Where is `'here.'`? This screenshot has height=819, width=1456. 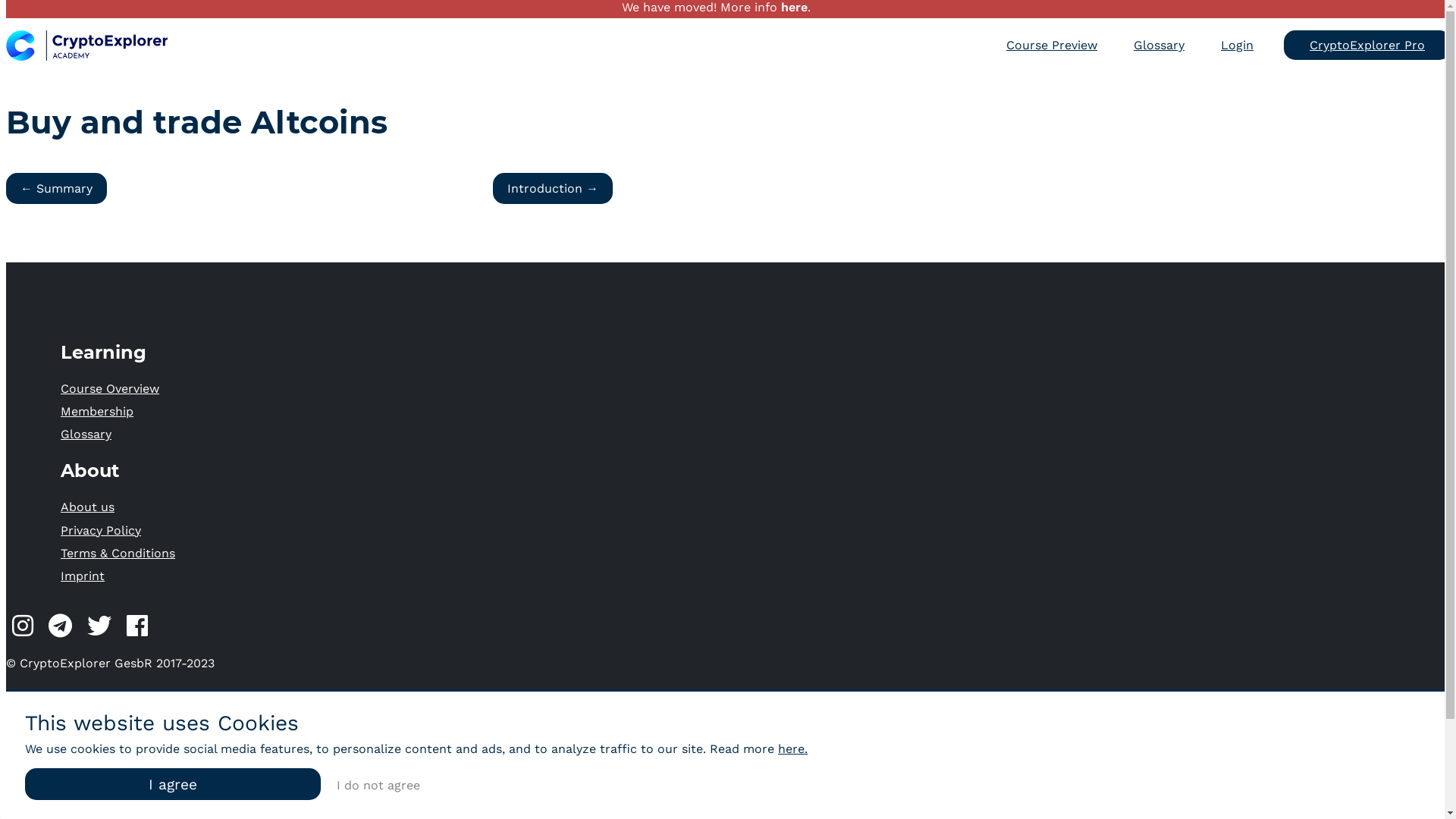
'here.' is located at coordinates (792, 748).